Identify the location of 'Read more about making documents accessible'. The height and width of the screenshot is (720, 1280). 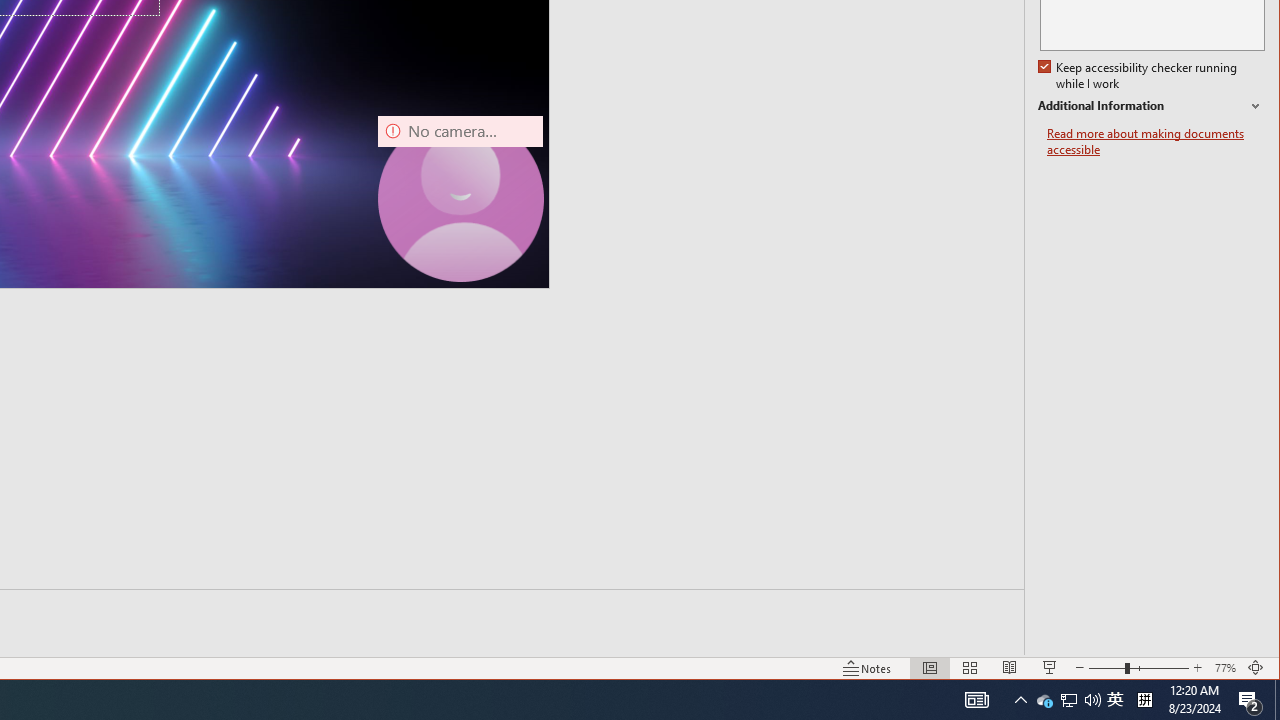
(1155, 141).